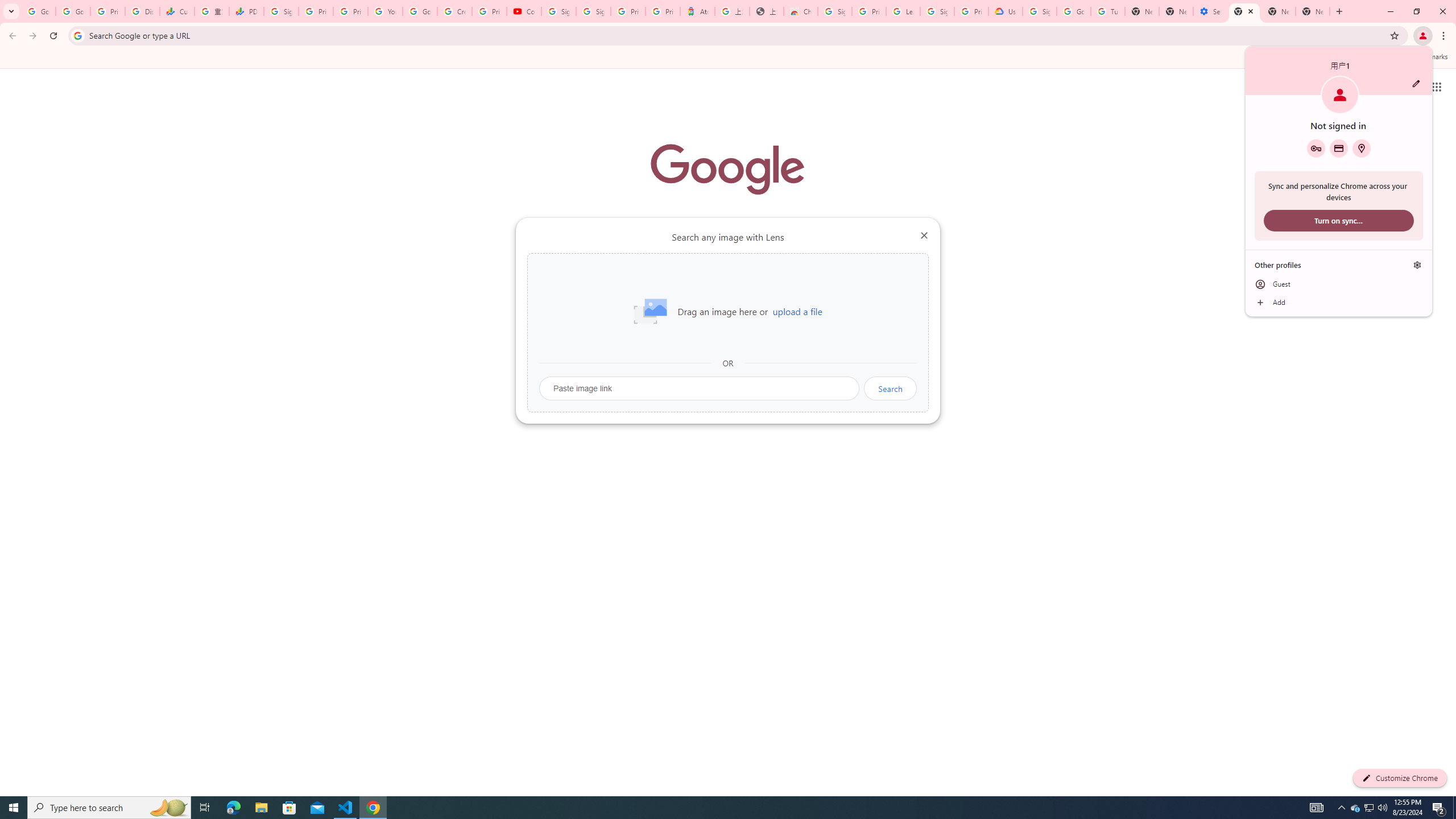 This screenshot has height=819, width=1456. Describe the element at coordinates (373, 806) in the screenshot. I see `'Google Chrome - 1 running window'` at that location.